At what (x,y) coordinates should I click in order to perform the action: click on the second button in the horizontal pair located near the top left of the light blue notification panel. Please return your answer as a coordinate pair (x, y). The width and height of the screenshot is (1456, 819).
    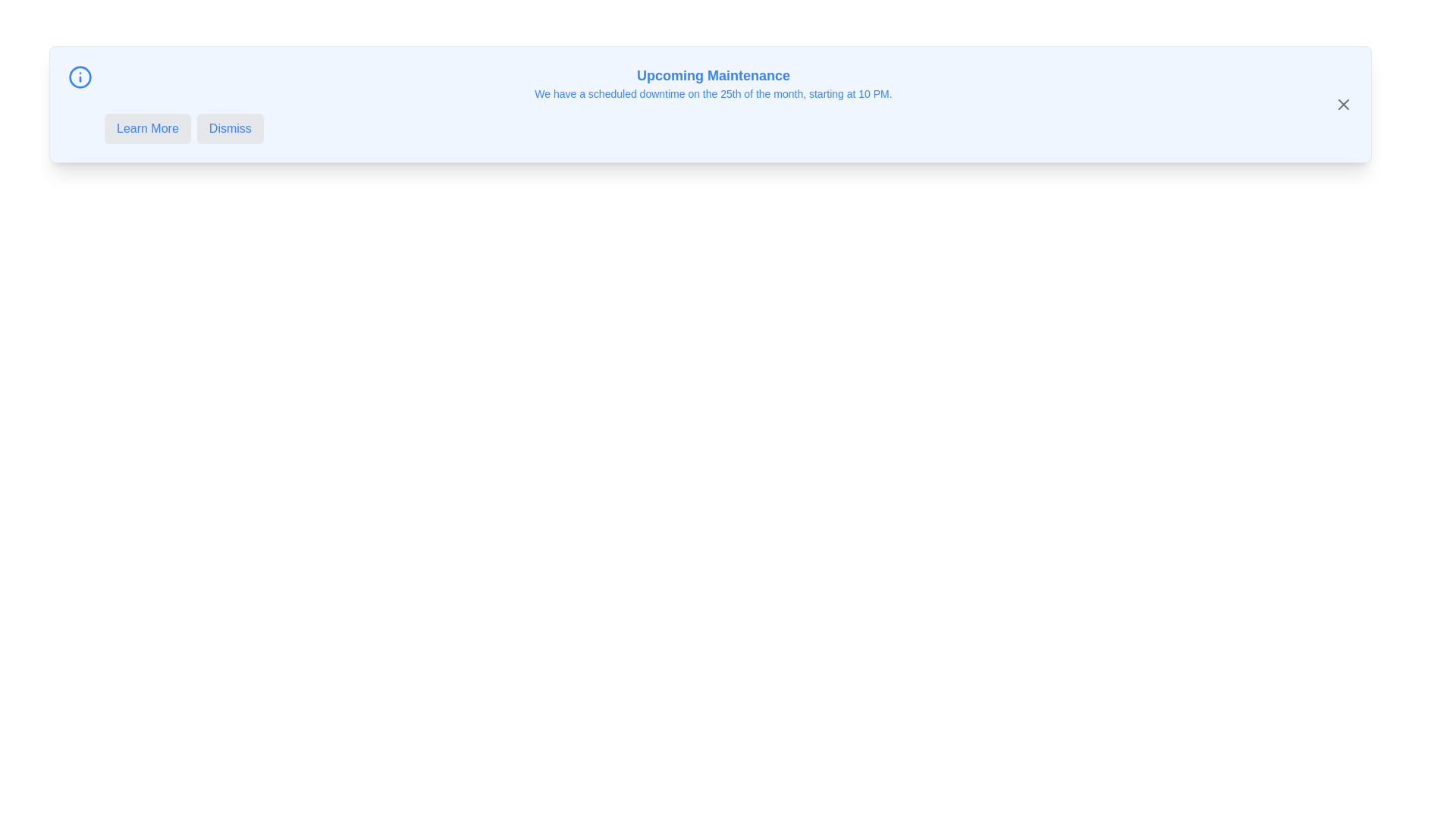
    Looking at the image, I should click on (229, 127).